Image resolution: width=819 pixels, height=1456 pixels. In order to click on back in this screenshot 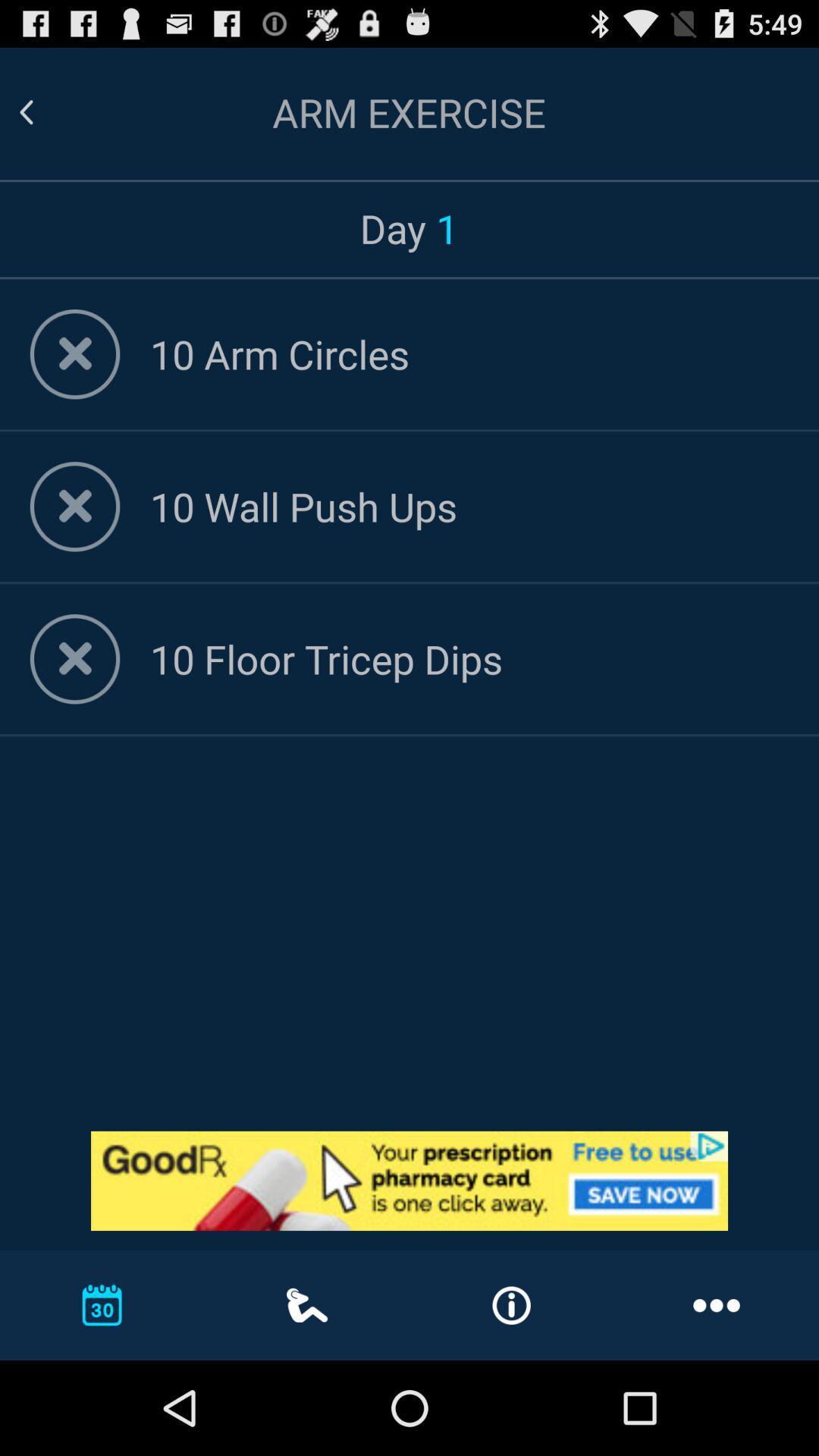, I will do `click(44, 111)`.